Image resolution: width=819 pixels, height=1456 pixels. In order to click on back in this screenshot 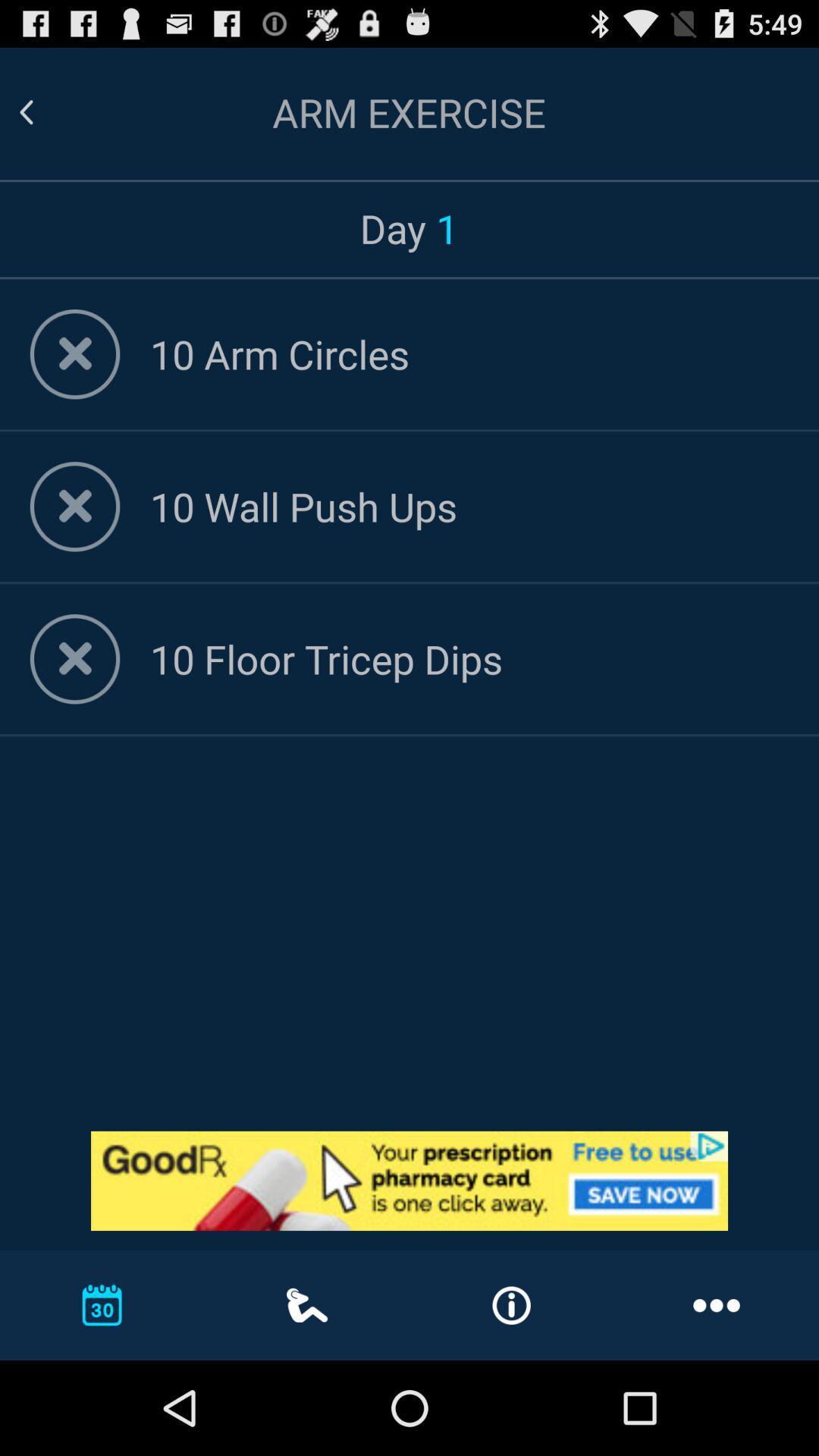, I will do `click(44, 111)`.